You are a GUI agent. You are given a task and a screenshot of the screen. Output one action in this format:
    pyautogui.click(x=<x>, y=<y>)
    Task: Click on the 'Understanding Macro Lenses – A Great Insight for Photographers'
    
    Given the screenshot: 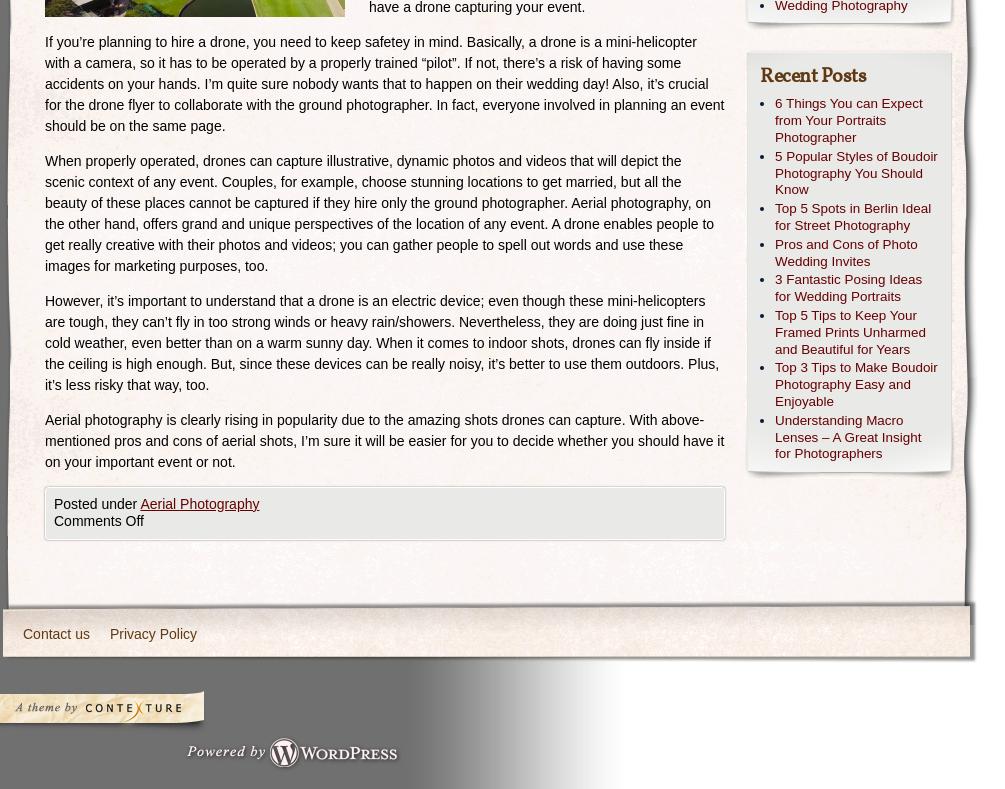 What is the action you would take?
    pyautogui.click(x=847, y=436)
    